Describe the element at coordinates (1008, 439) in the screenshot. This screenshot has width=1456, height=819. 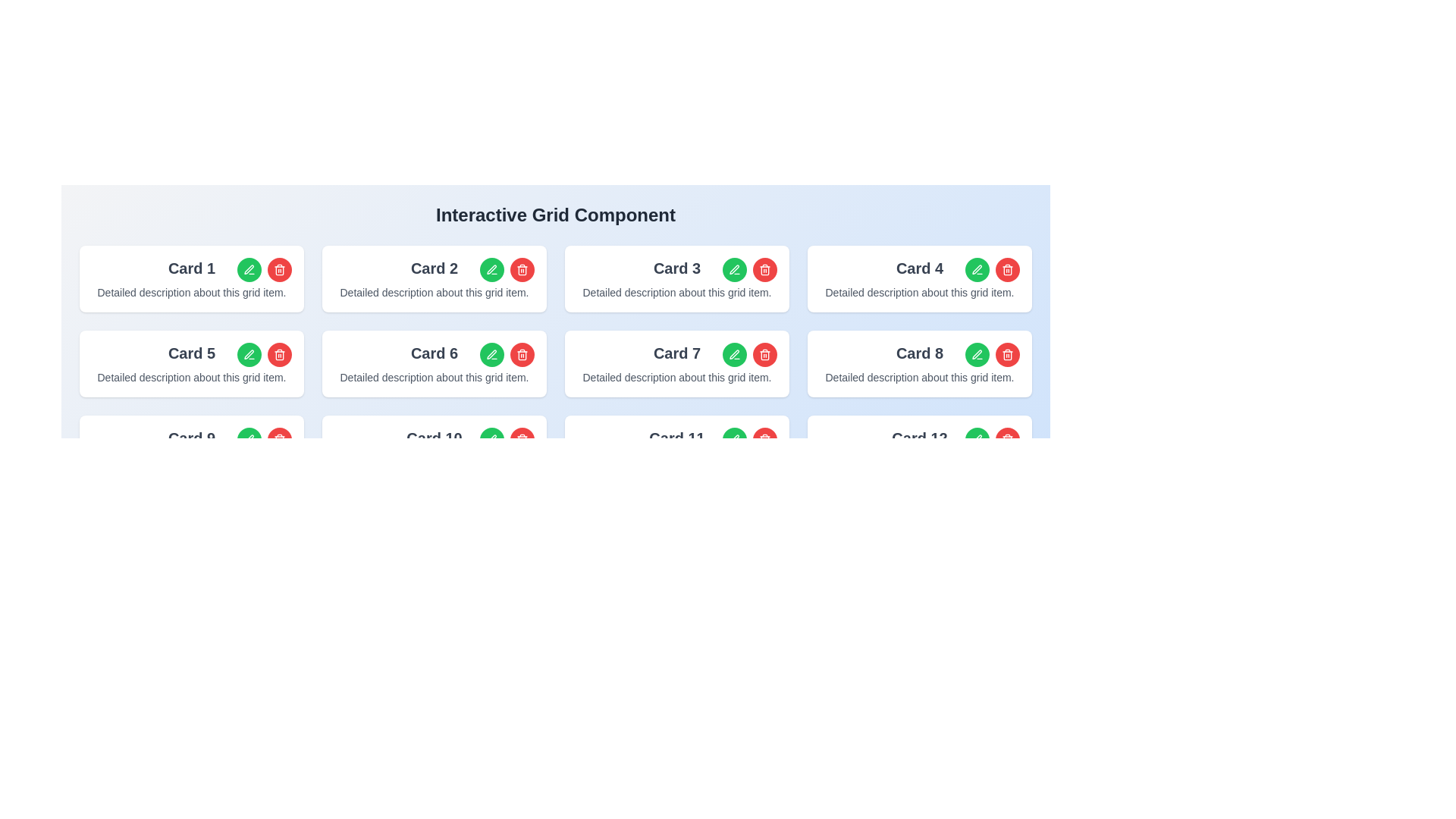
I see `the delete icon button located at the top-right corner of 'Card 13'` at that location.